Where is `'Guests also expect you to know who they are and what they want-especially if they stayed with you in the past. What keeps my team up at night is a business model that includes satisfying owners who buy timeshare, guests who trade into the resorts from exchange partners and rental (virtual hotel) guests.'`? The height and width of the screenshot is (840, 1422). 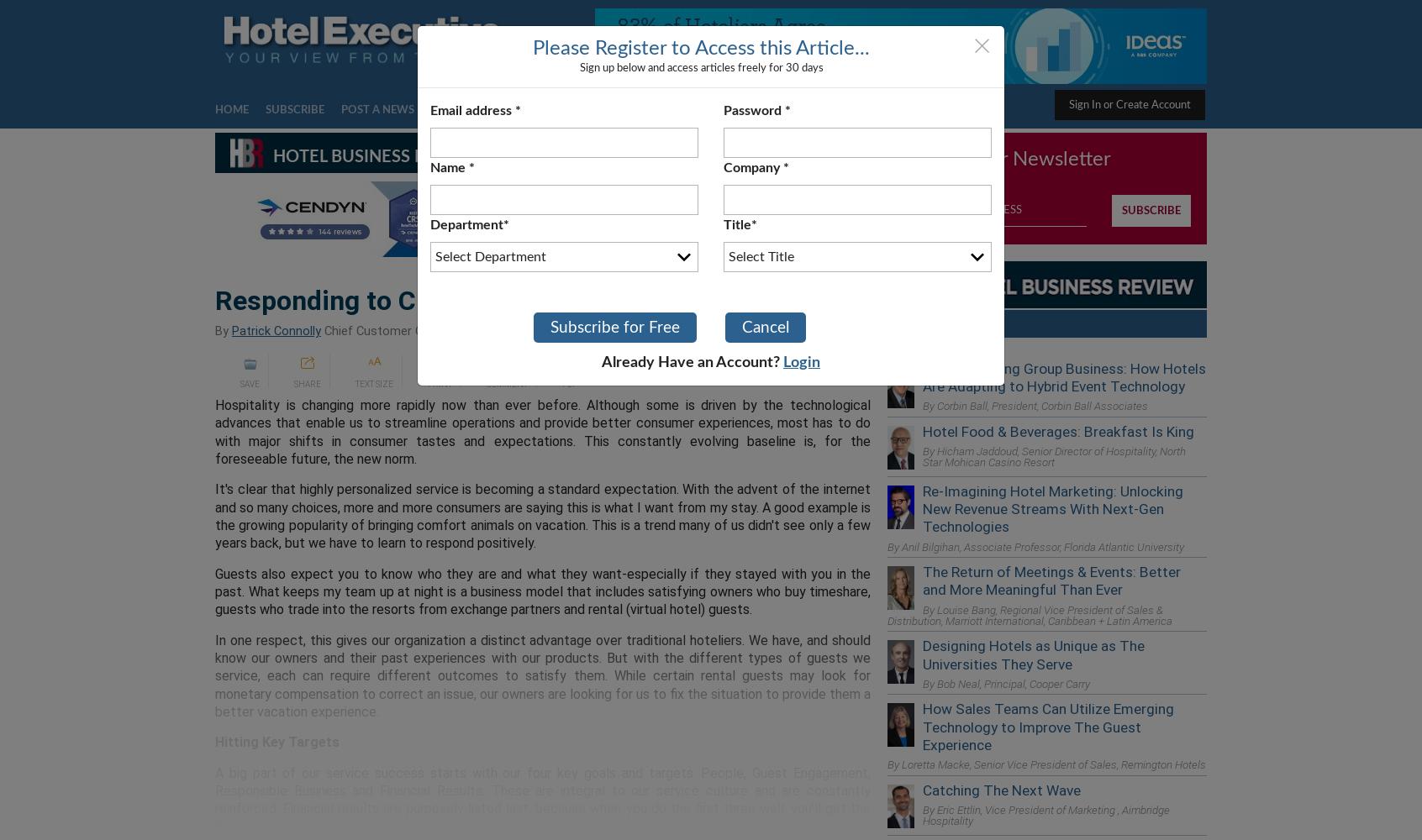
'Guests also expect you to know who they are and what they want-especially if they stayed with you in the past. What keeps my team up at night is a business model that includes satisfying owners who buy timeshare, guests who trade into the resorts from exchange partners and rental (virtual hotel) guests.' is located at coordinates (543, 591).